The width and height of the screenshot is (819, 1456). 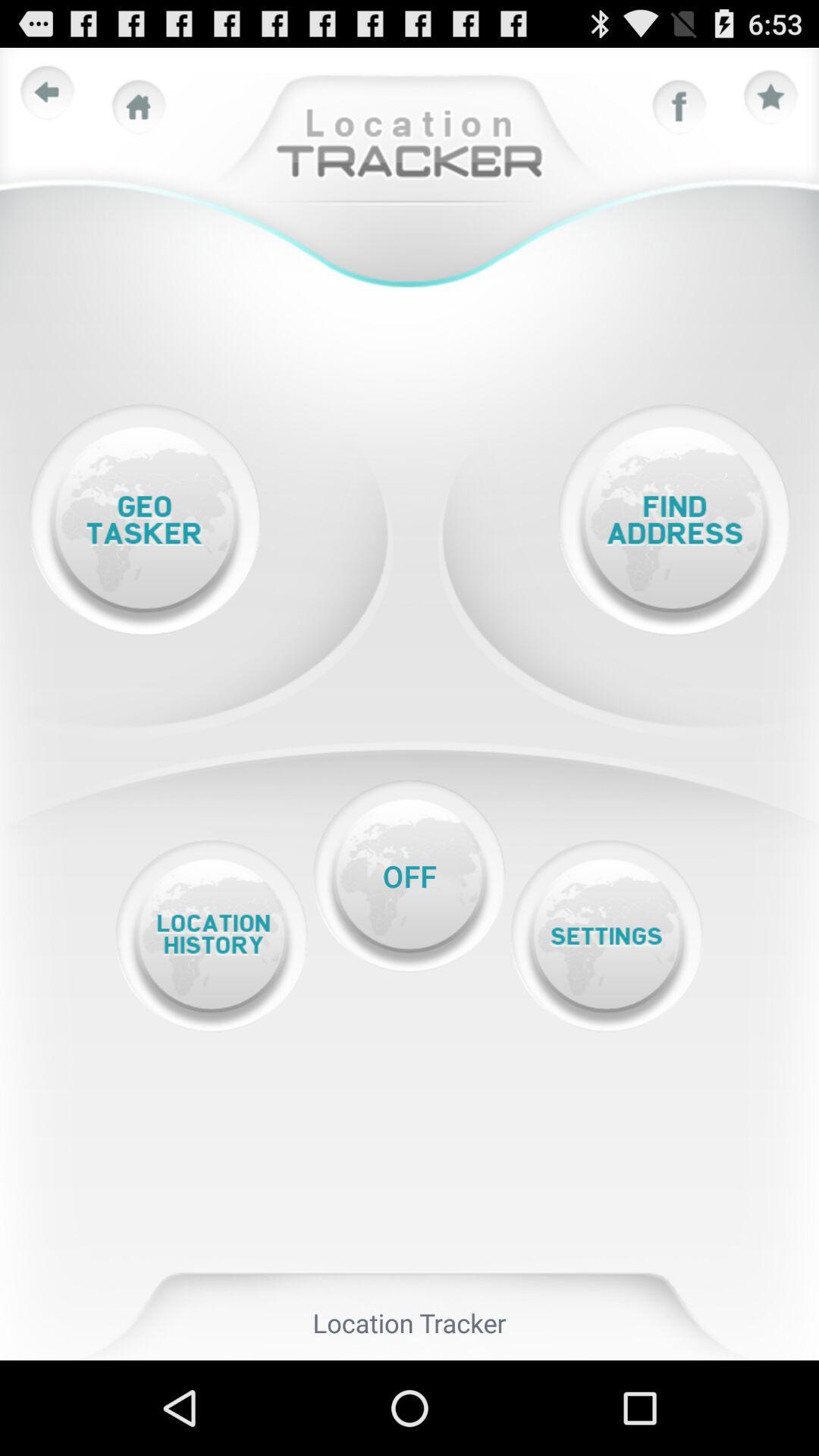 I want to click on geo tasker, so click(x=144, y=520).